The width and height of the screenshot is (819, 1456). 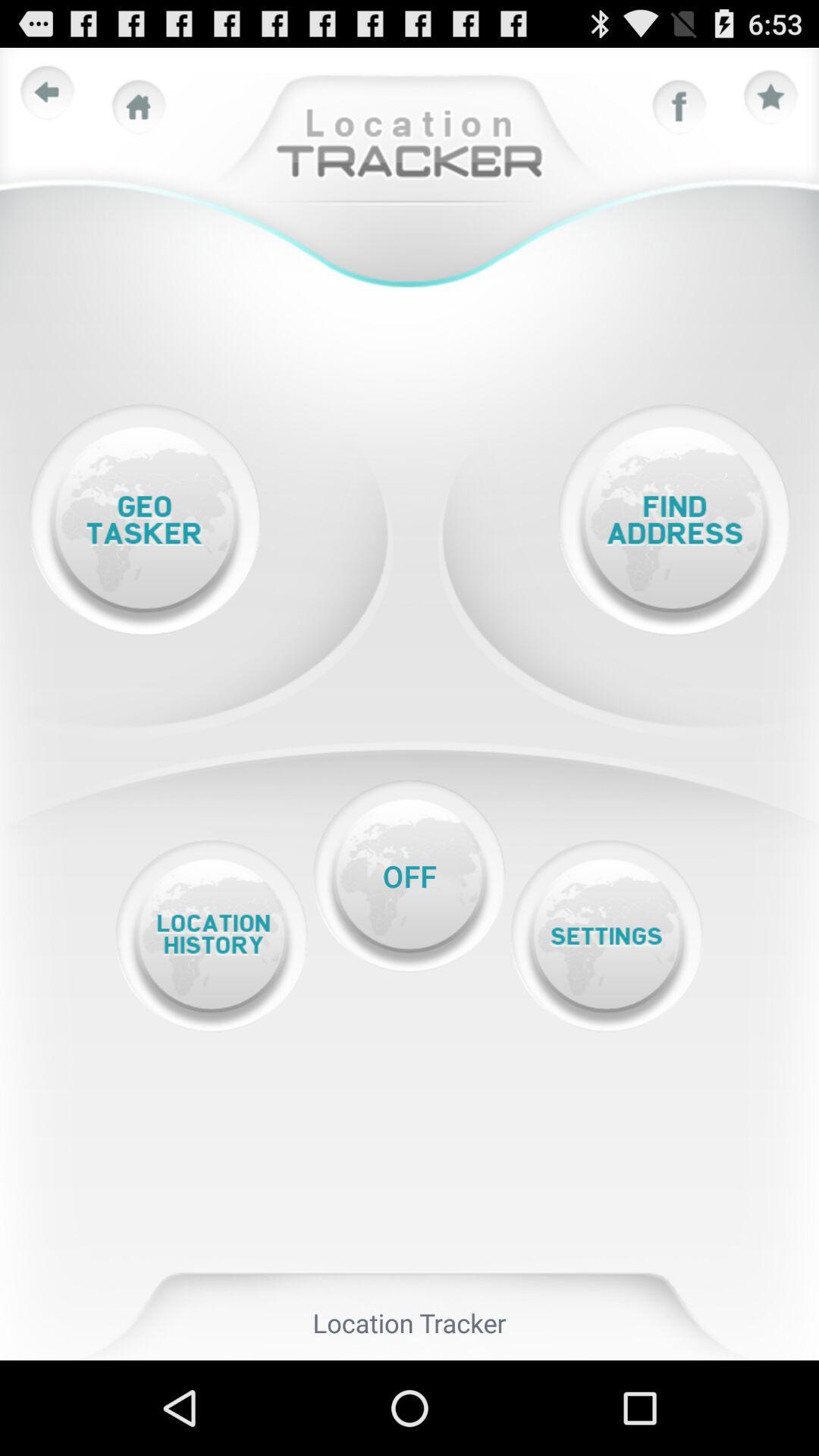 I want to click on geo tasker, so click(x=144, y=520).